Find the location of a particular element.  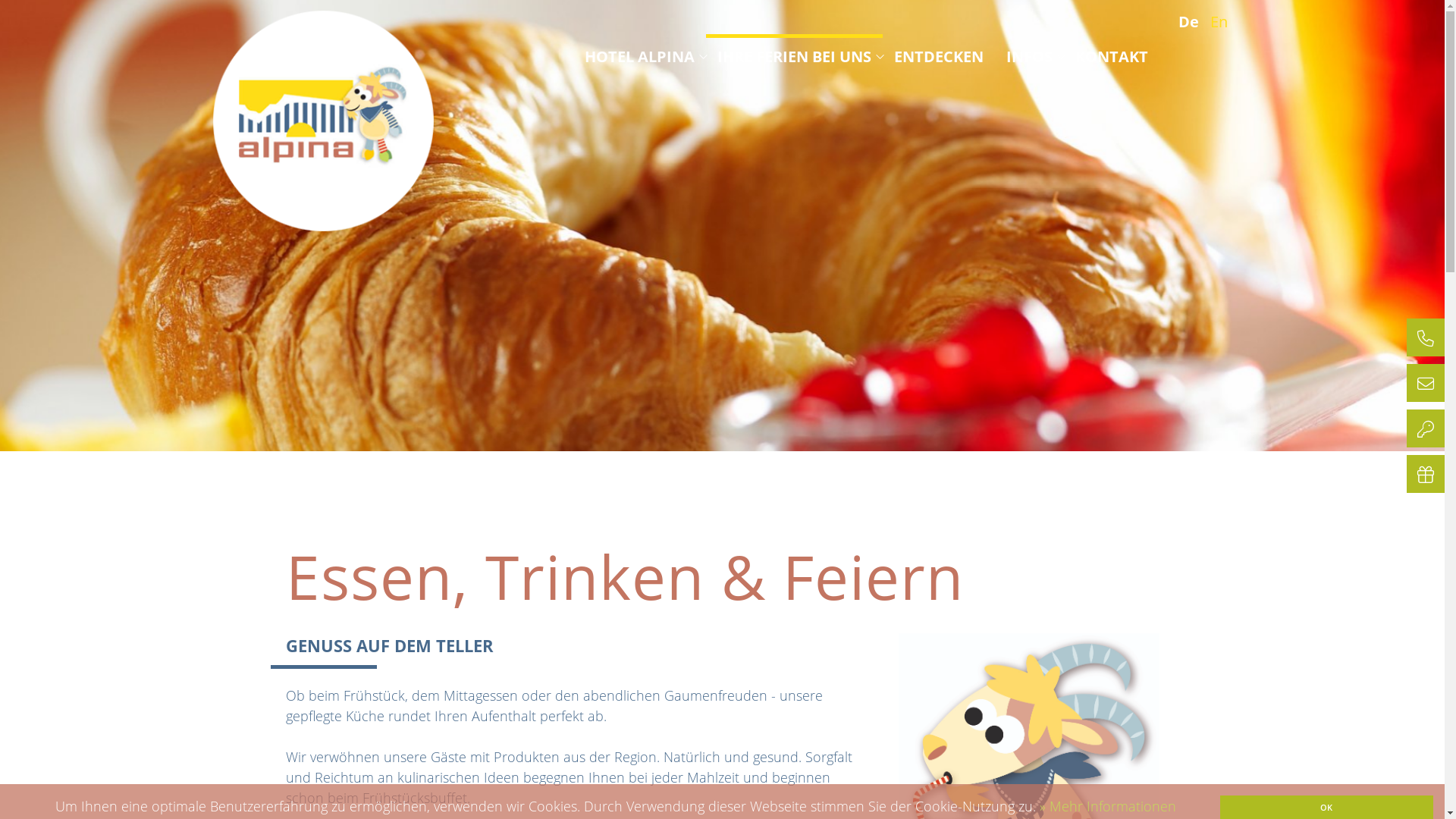

'Hotel Alpina Adelboden' is located at coordinates (322, 120).